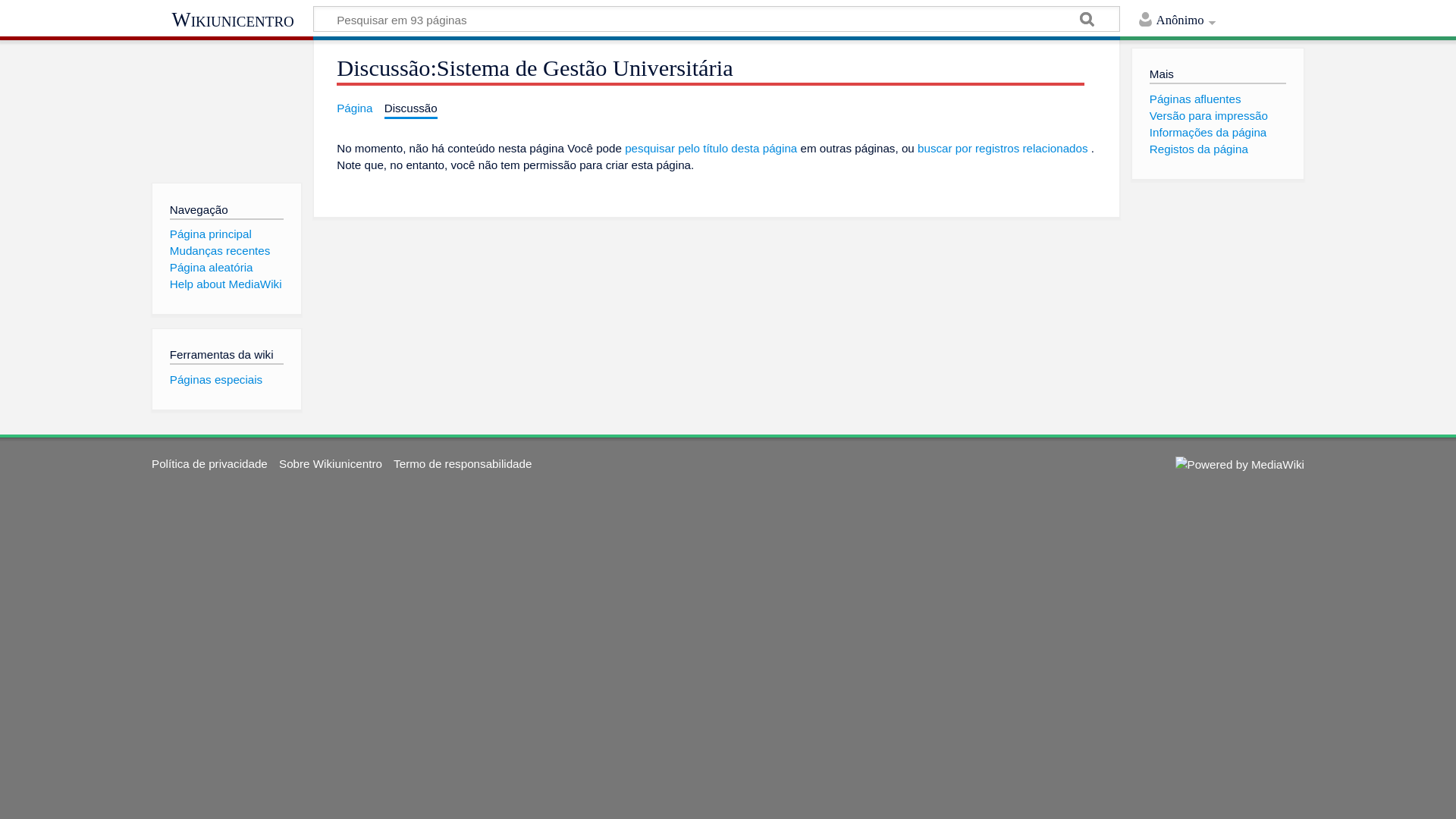 The image size is (1456, 819). I want to click on 'Help about MediaWiki', so click(224, 284).